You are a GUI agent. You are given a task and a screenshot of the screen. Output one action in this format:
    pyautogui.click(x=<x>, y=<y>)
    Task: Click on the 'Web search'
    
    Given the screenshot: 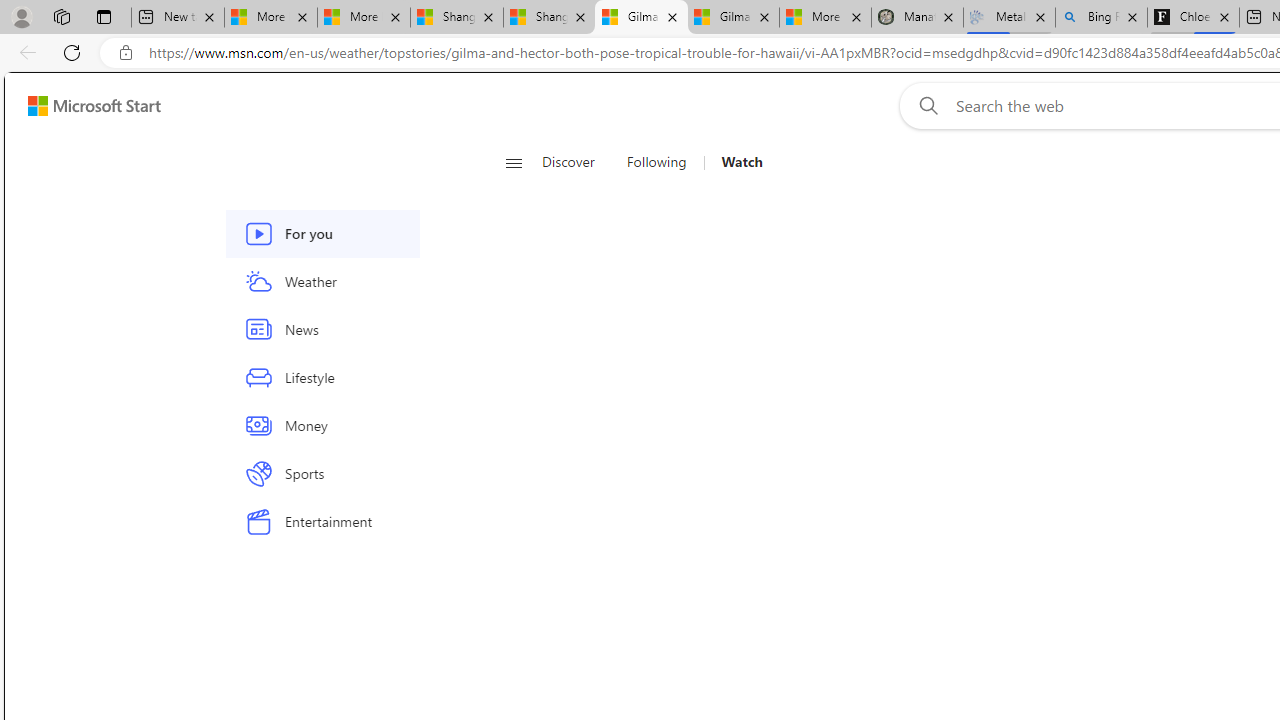 What is the action you would take?
    pyautogui.click(x=923, y=105)
    